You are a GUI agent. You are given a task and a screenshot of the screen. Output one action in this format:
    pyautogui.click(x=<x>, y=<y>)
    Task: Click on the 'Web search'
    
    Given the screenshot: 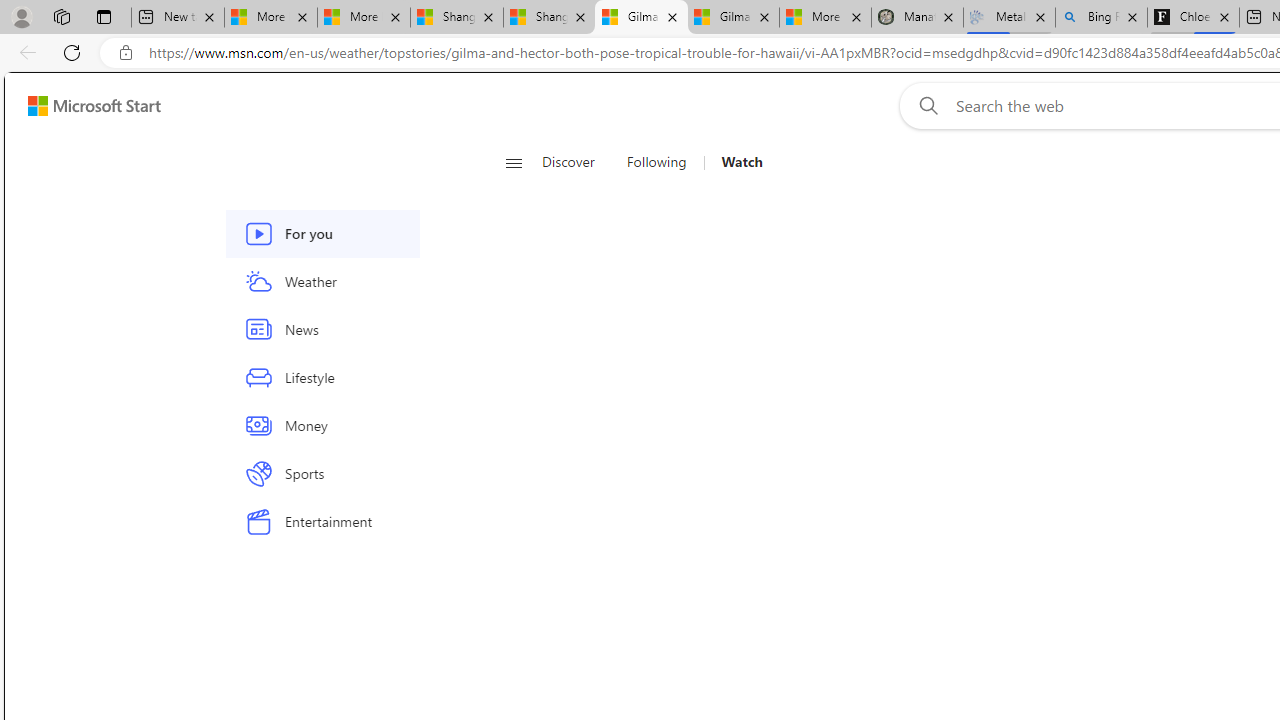 What is the action you would take?
    pyautogui.click(x=923, y=105)
    